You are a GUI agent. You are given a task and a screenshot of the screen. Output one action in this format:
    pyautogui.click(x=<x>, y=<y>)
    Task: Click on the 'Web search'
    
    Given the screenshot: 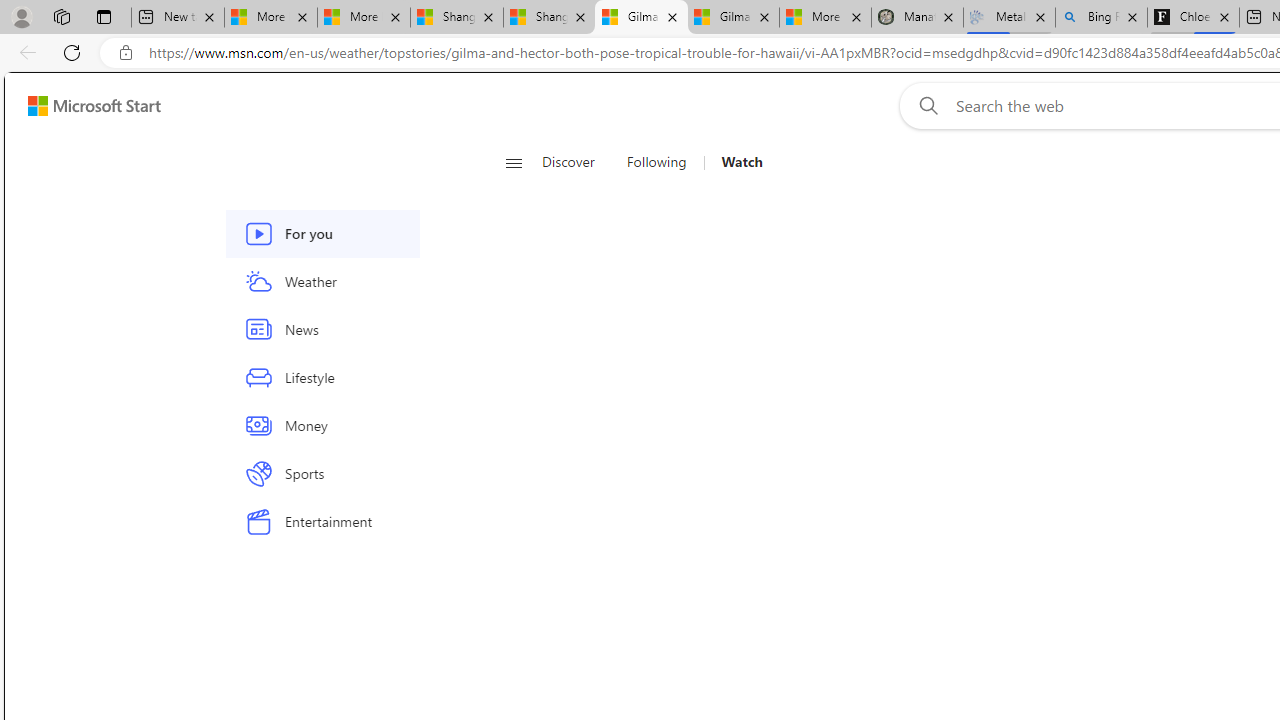 What is the action you would take?
    pyautogui.click(x=923, y=105)
    